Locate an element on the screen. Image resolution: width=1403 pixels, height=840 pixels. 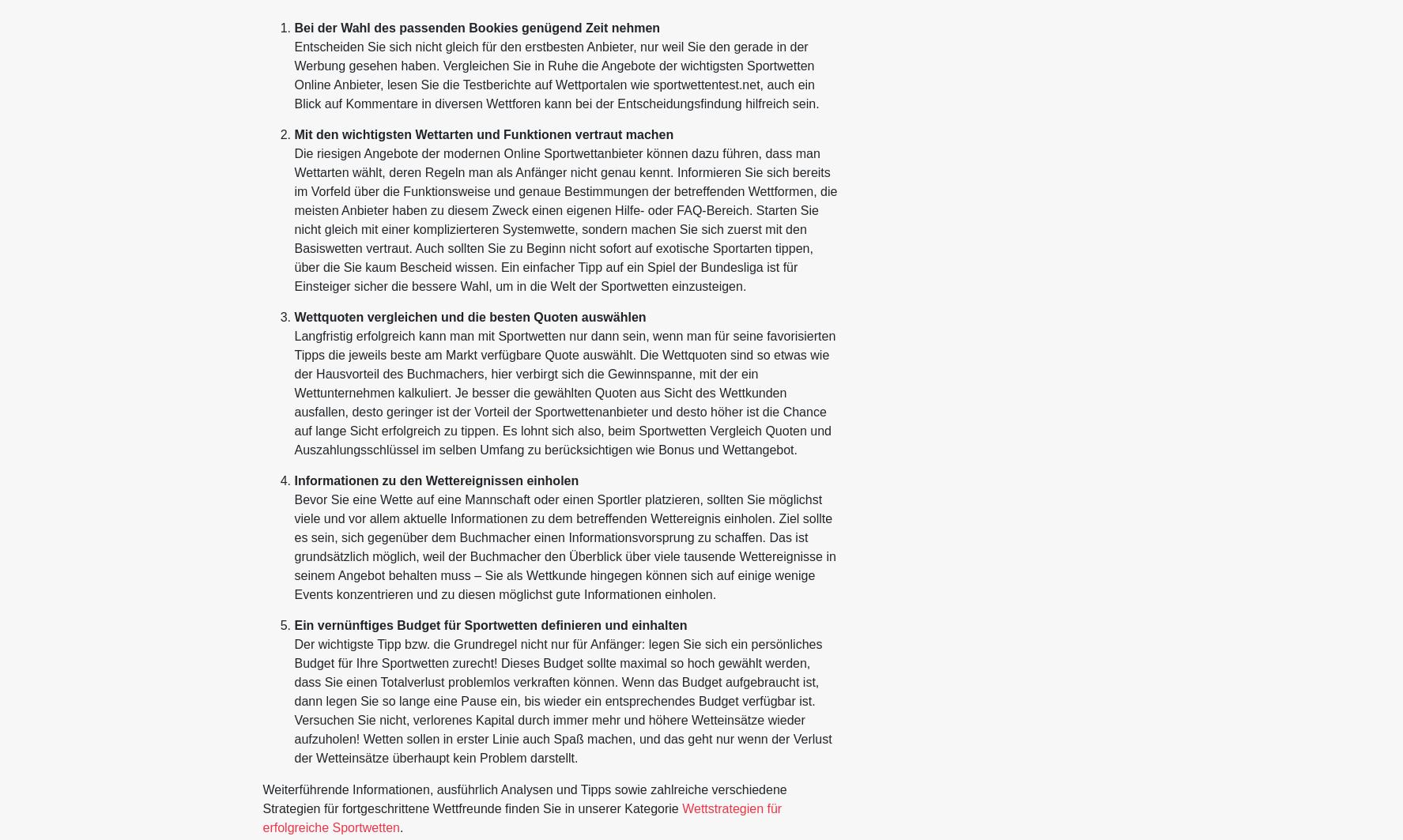
'Bei der Wahl des passenden Bookies genügend Zeit nehmen' is located at coordinates (477, 28).